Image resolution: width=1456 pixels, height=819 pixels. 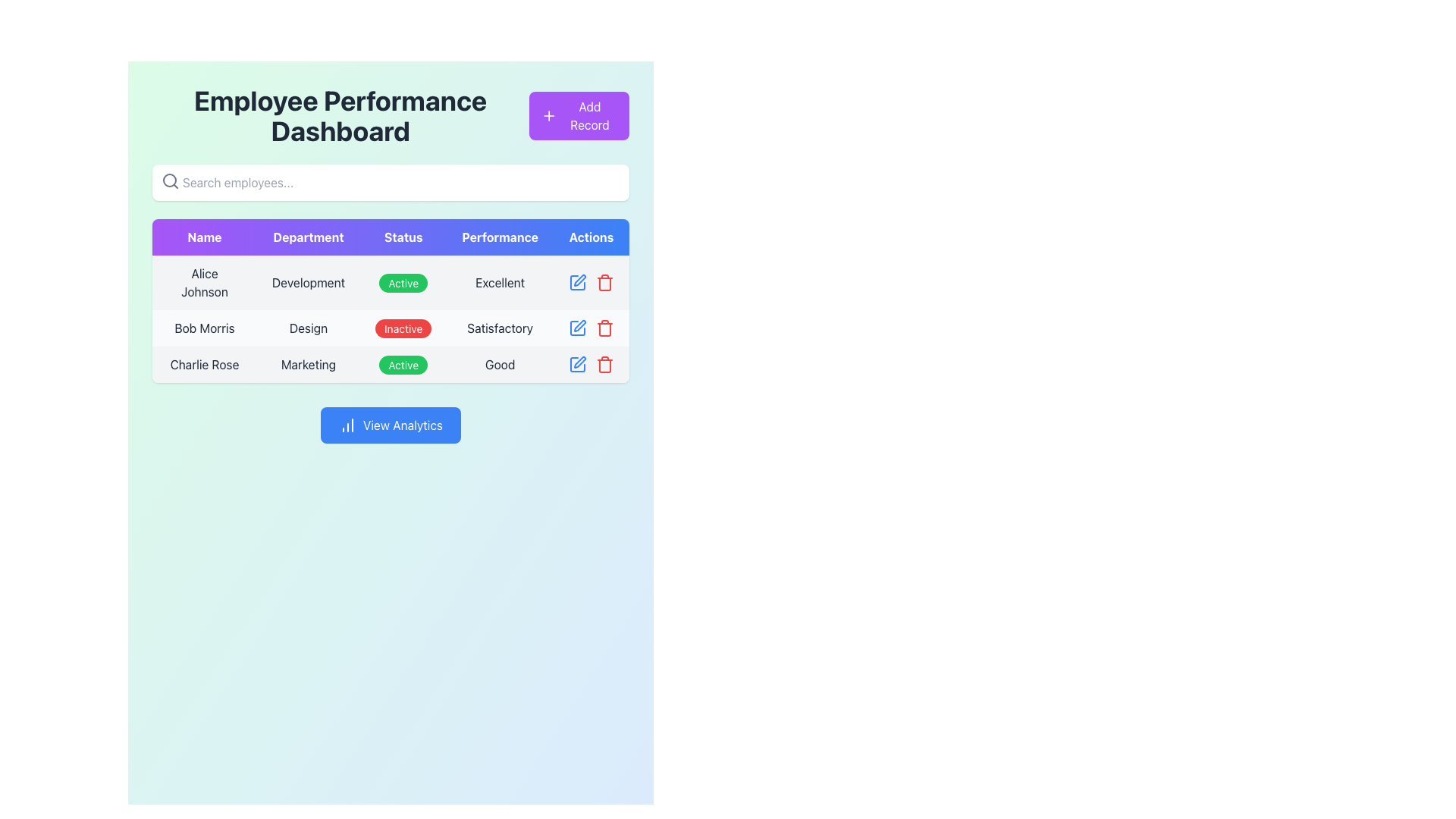 What do you see at coordinates (403, 283) in the screenshot?
I see `the 'Active' status indicator label in the 'Status' column for 'Alice Johnson' in the table, located between 'Development' in the 'Department' column and 'Excellent' in the 'Performance' column` at bounding box center [403, 283].